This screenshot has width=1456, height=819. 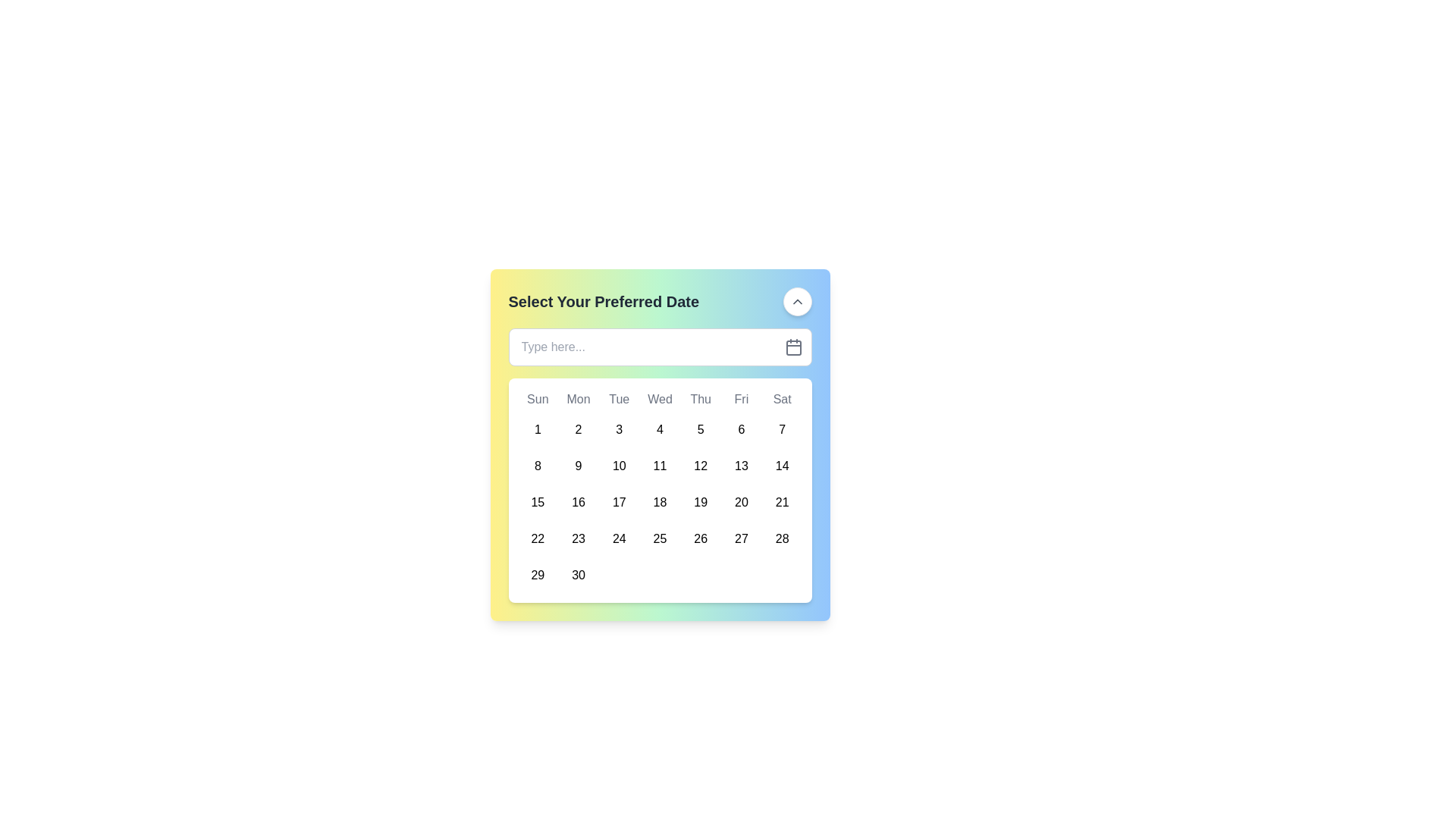 I want to click on the button representing the 11th day of the month in the calendar, so click(x=660, y=465).